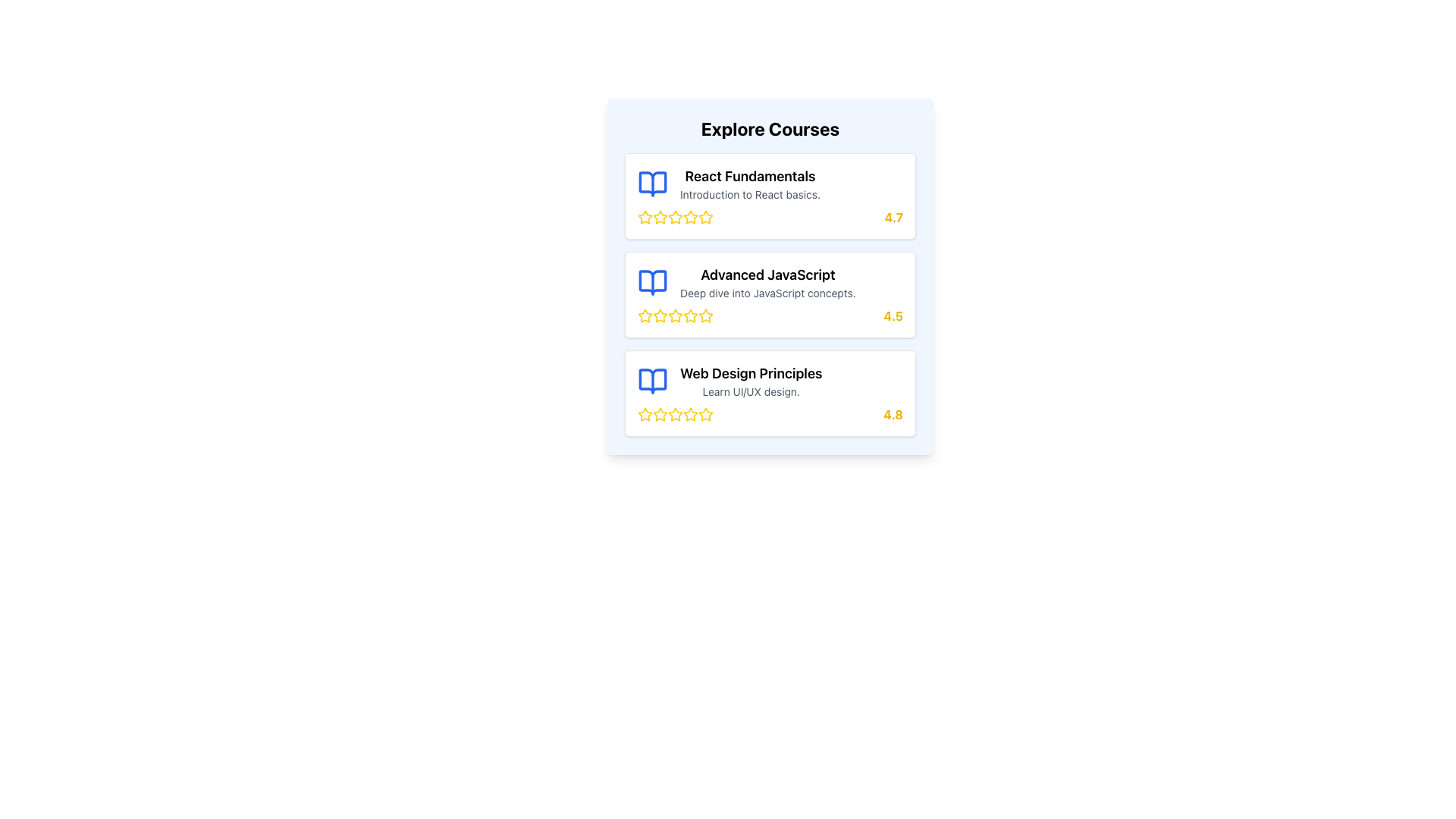 Image resolution: width=1456 pixels, height=819 pixels. Describe the element at coordinates (675, 415) in the screenshot. I see `the sixth rating star icon with a yellow outline in the 'Web Design Principles' course rating section` at that location.